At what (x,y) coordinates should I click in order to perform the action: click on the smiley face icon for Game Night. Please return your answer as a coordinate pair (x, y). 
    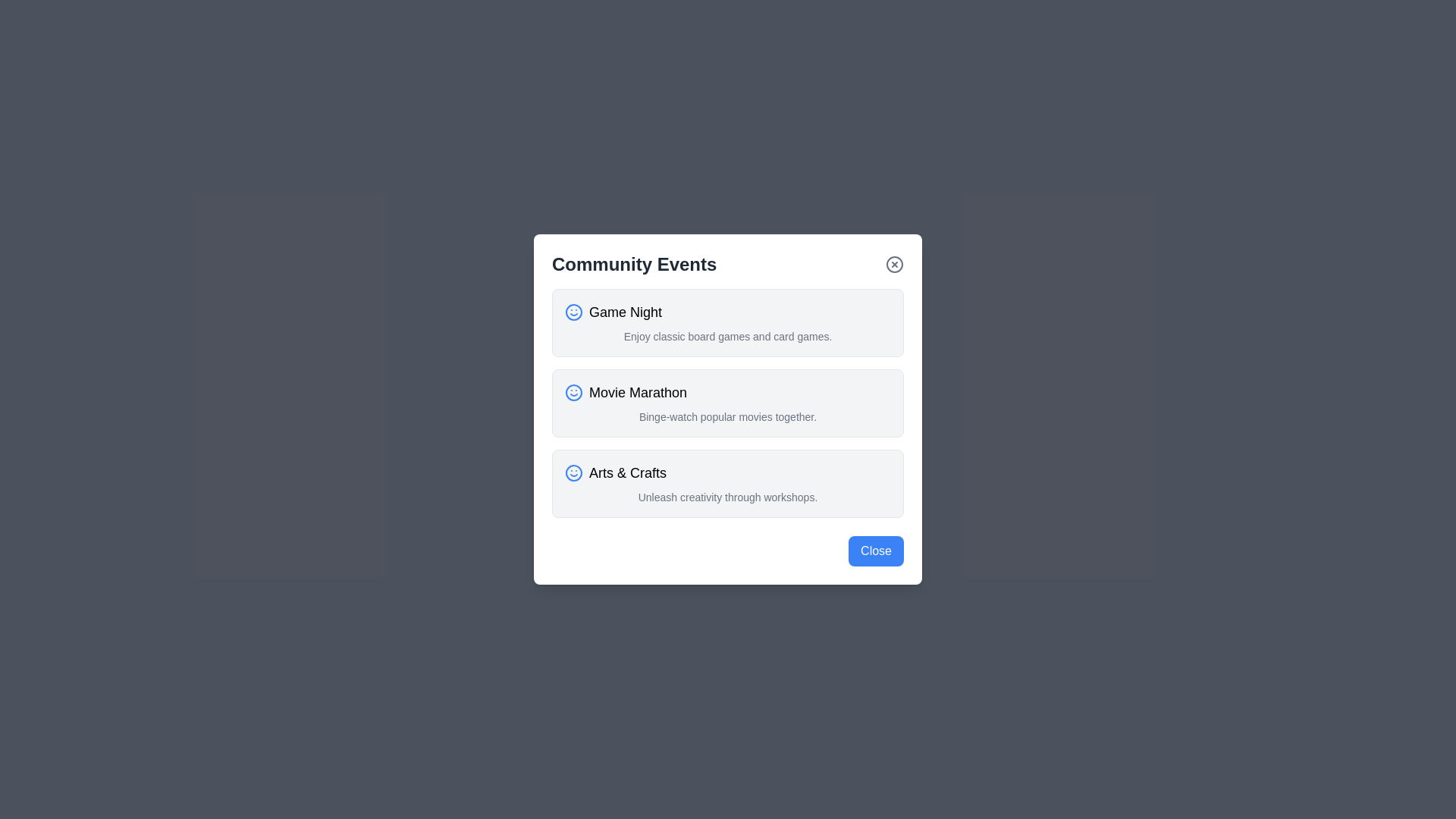
    Looking at the image, I should click on (573, 312).